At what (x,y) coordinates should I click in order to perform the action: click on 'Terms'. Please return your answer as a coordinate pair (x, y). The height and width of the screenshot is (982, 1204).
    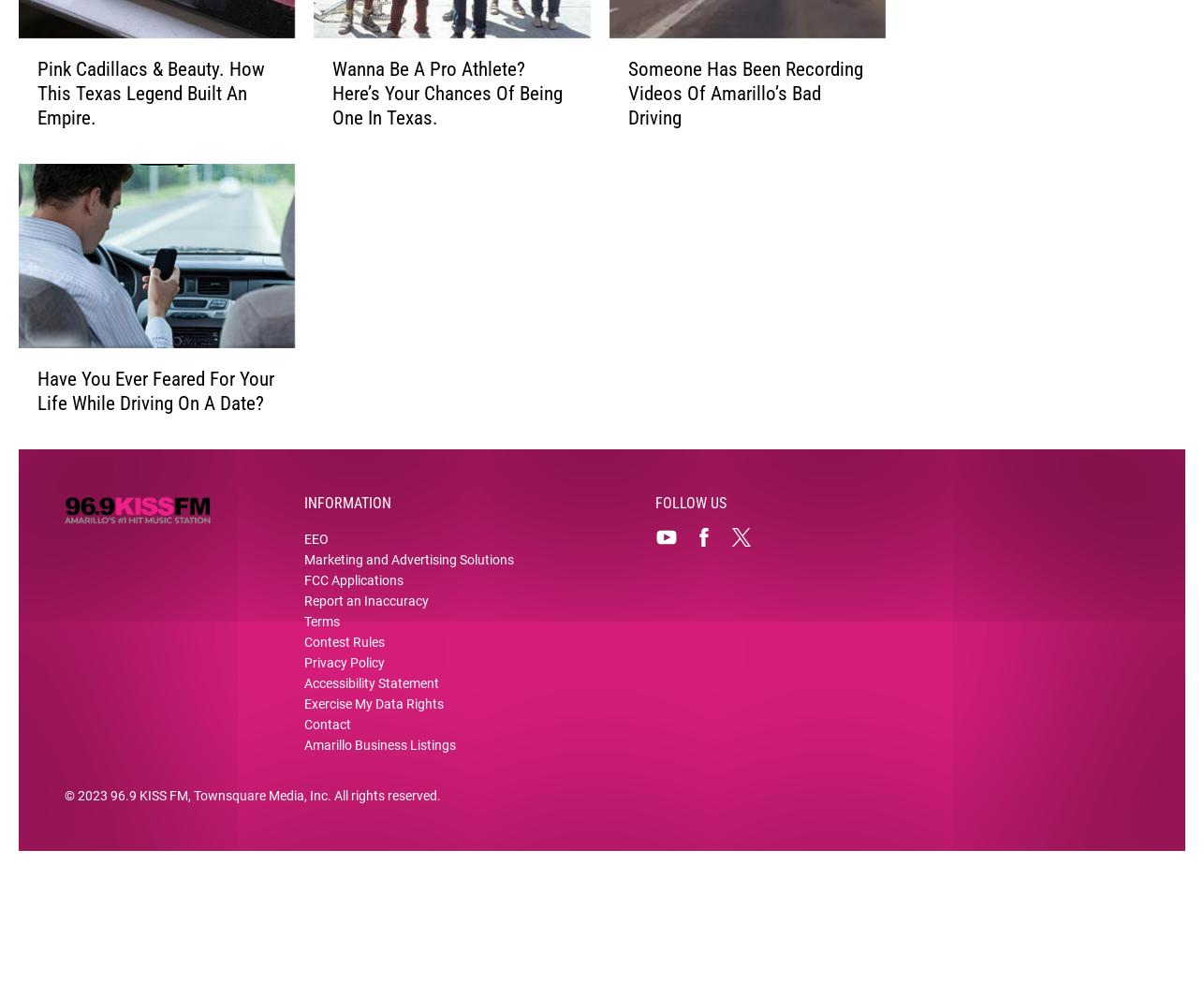
    Looking at the image, I should click on (302, 650).